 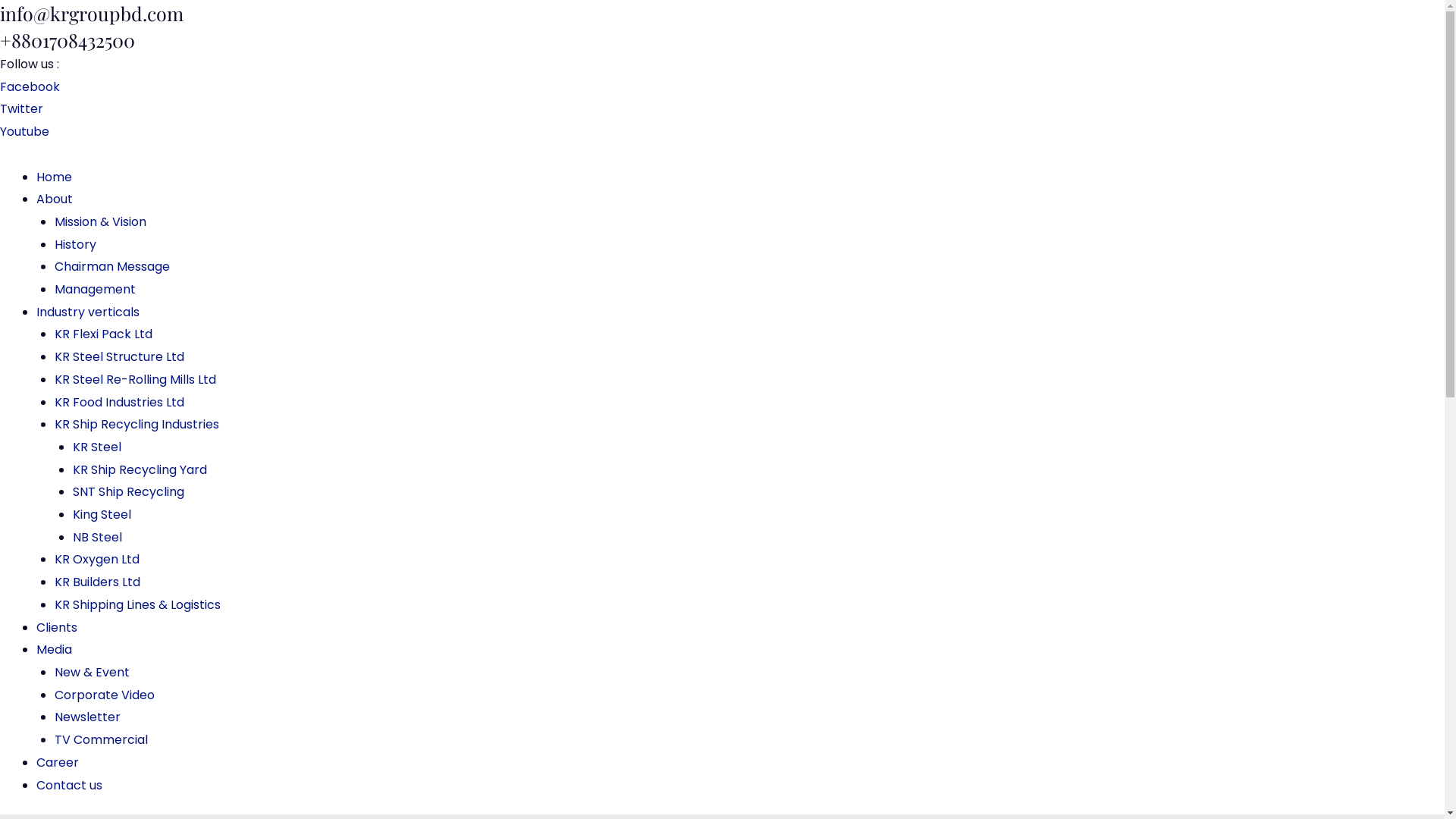 What do you see at coordinates (96, 581) in the screenshot?
I see `'KR Builders Ltd'` at bounding box center [96, 581].